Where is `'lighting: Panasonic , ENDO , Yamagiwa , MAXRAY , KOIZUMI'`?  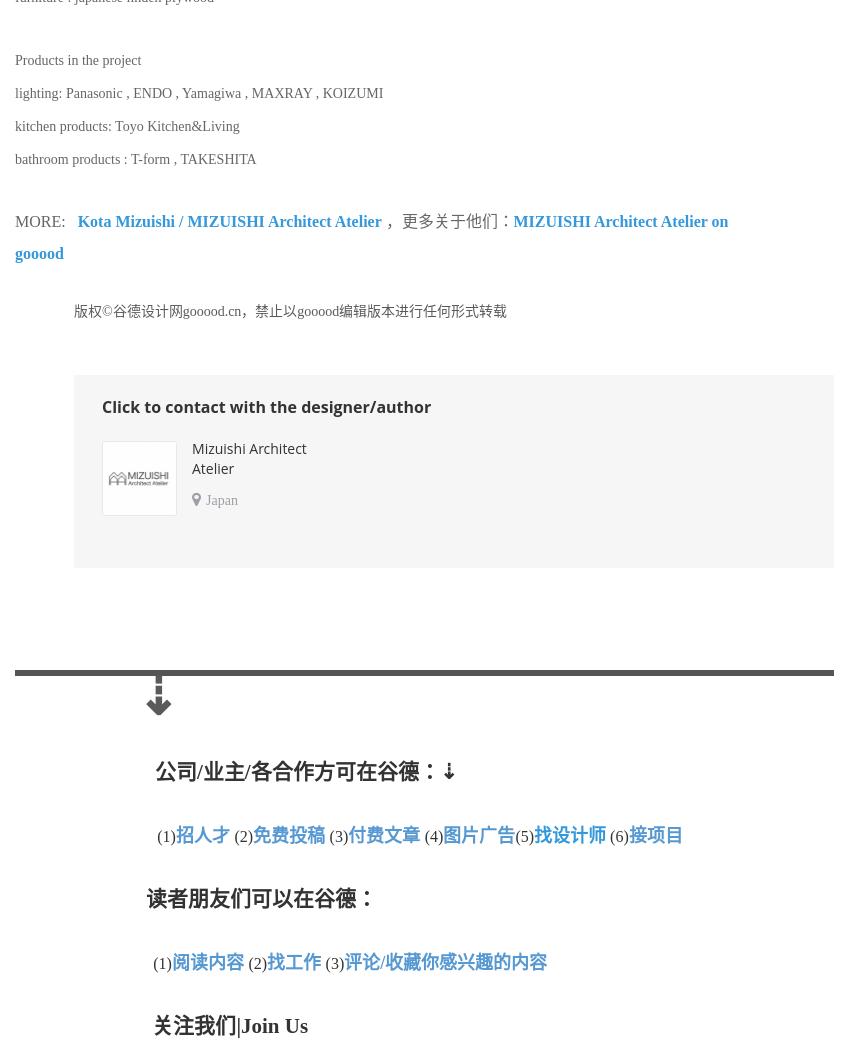
'lighting: Panasonic , ENDO , Yamagiwa , MAXRAY , KOIZUMI' is located at coordinates (198, 91).